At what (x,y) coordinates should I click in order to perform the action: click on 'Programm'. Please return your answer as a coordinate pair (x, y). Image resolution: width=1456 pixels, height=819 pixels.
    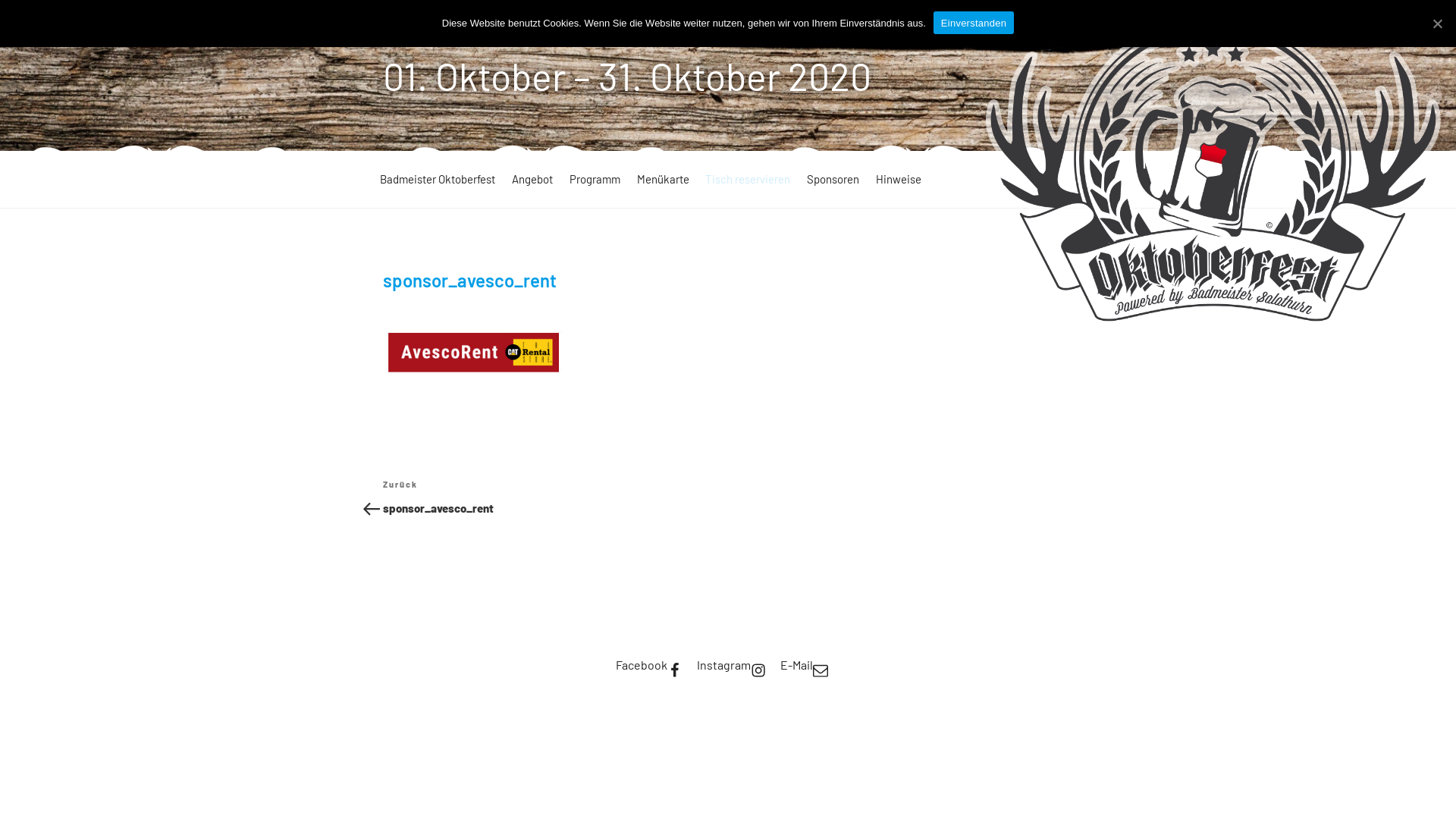
    Looking at the image, I should click on (592, 178).